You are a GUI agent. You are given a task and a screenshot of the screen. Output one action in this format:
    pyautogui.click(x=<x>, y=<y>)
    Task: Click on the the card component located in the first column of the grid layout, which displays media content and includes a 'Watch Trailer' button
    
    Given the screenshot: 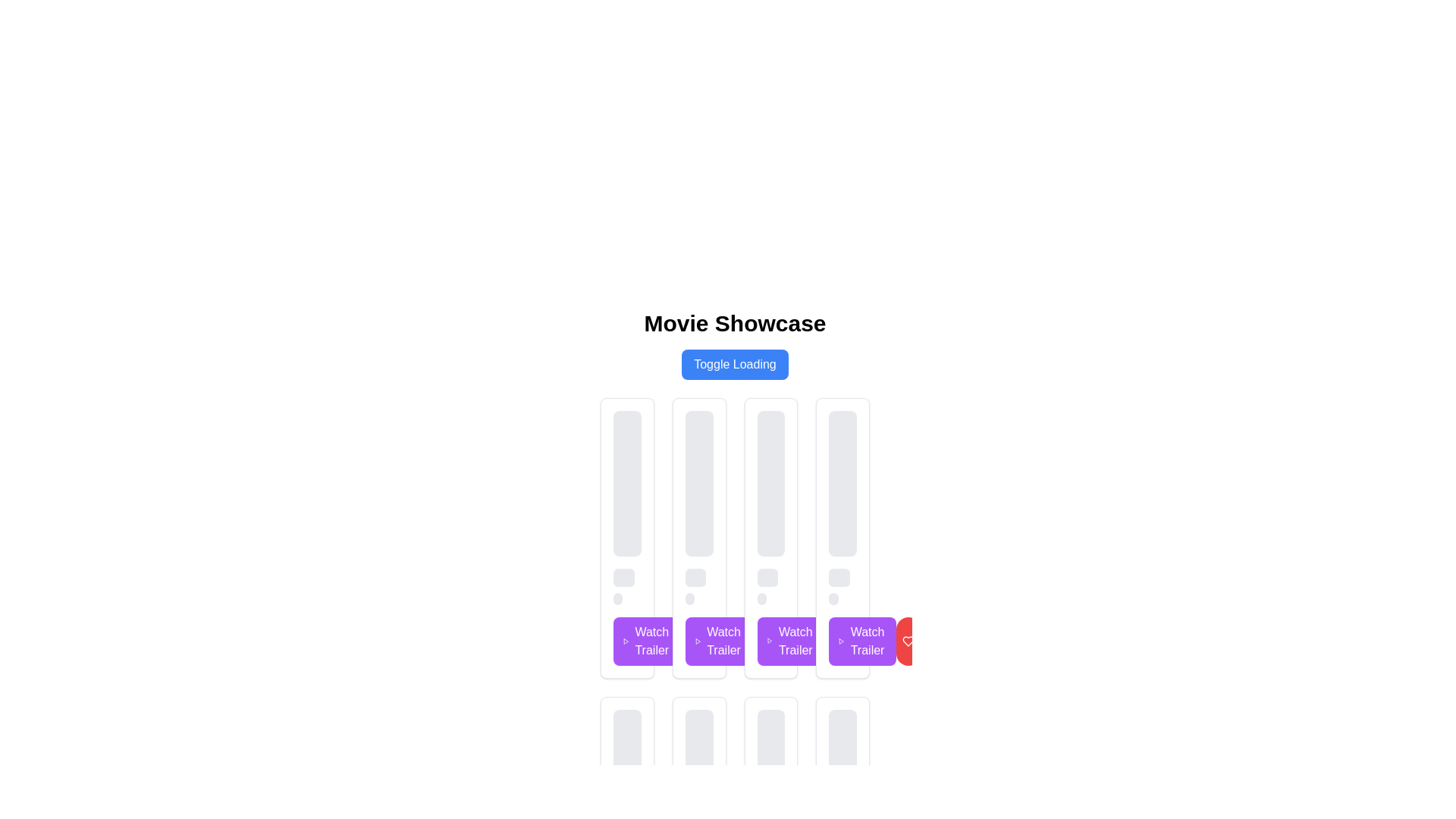 What is the action you would take?
    pyautogui.click(x=627, y=537)
    